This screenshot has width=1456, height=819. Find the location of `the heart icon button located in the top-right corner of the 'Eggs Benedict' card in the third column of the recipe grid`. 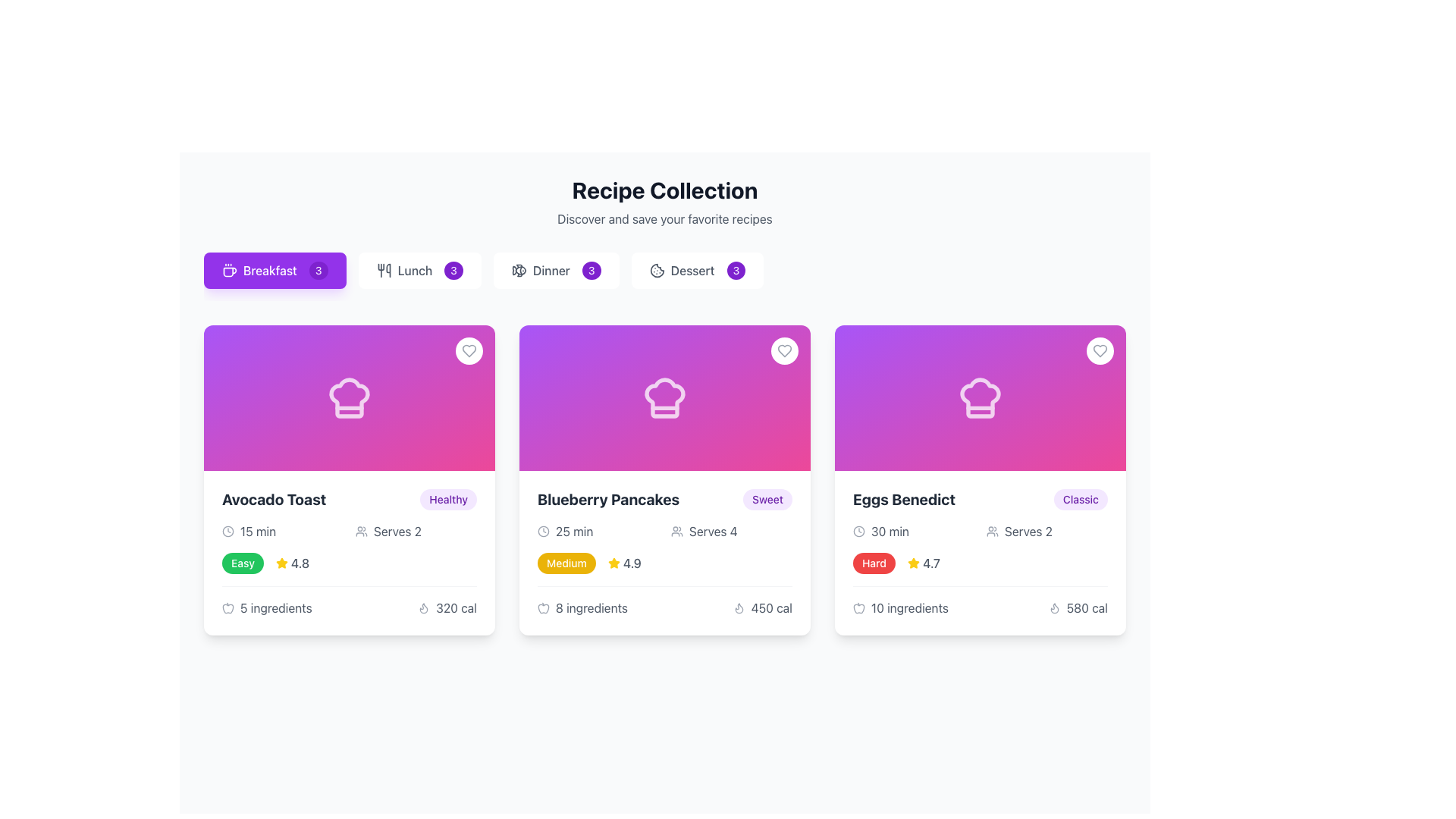

the heart icon button located in the top-right corner of the 'Eggs Benedict' card in the third column of the recipe grid is located at coordinates (1100, 350).